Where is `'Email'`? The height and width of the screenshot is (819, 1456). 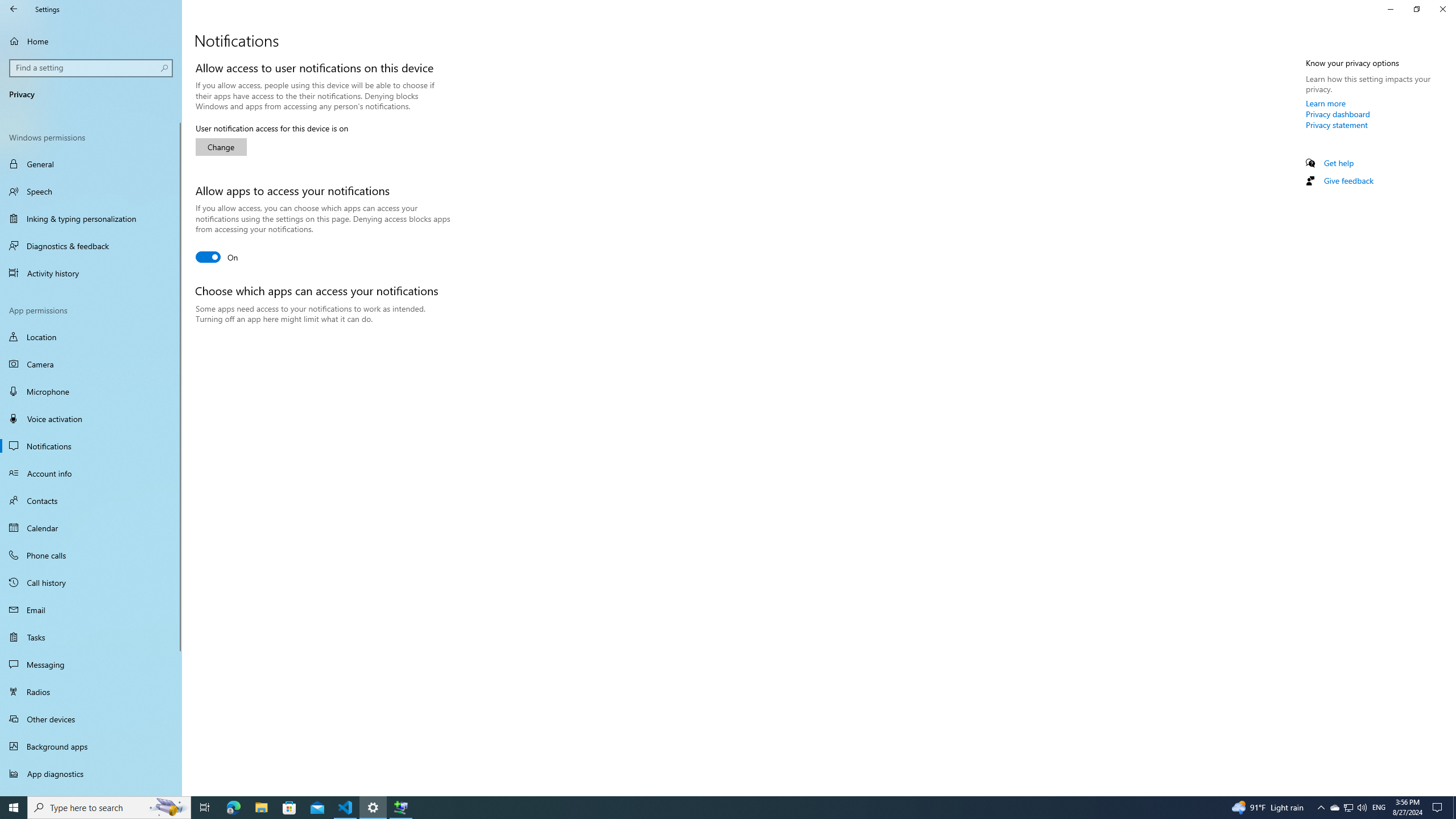 'Email' is located at coordinates (90, 610).